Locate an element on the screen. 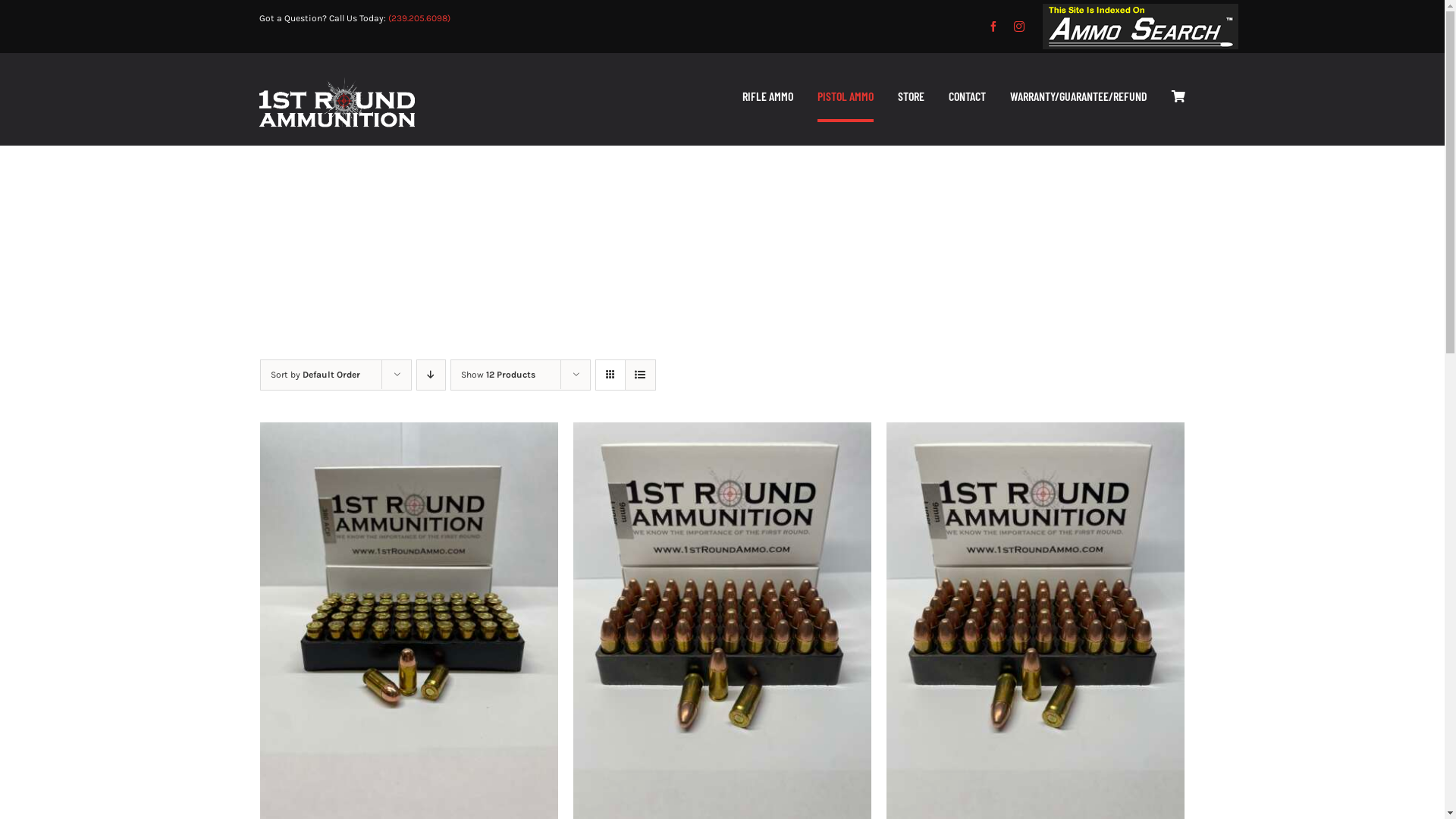 The width and height of the screenshot is (1456, 819). 'WARRANTY/GUARANTEE/REFUND' is located at coordinates (1009, 97).